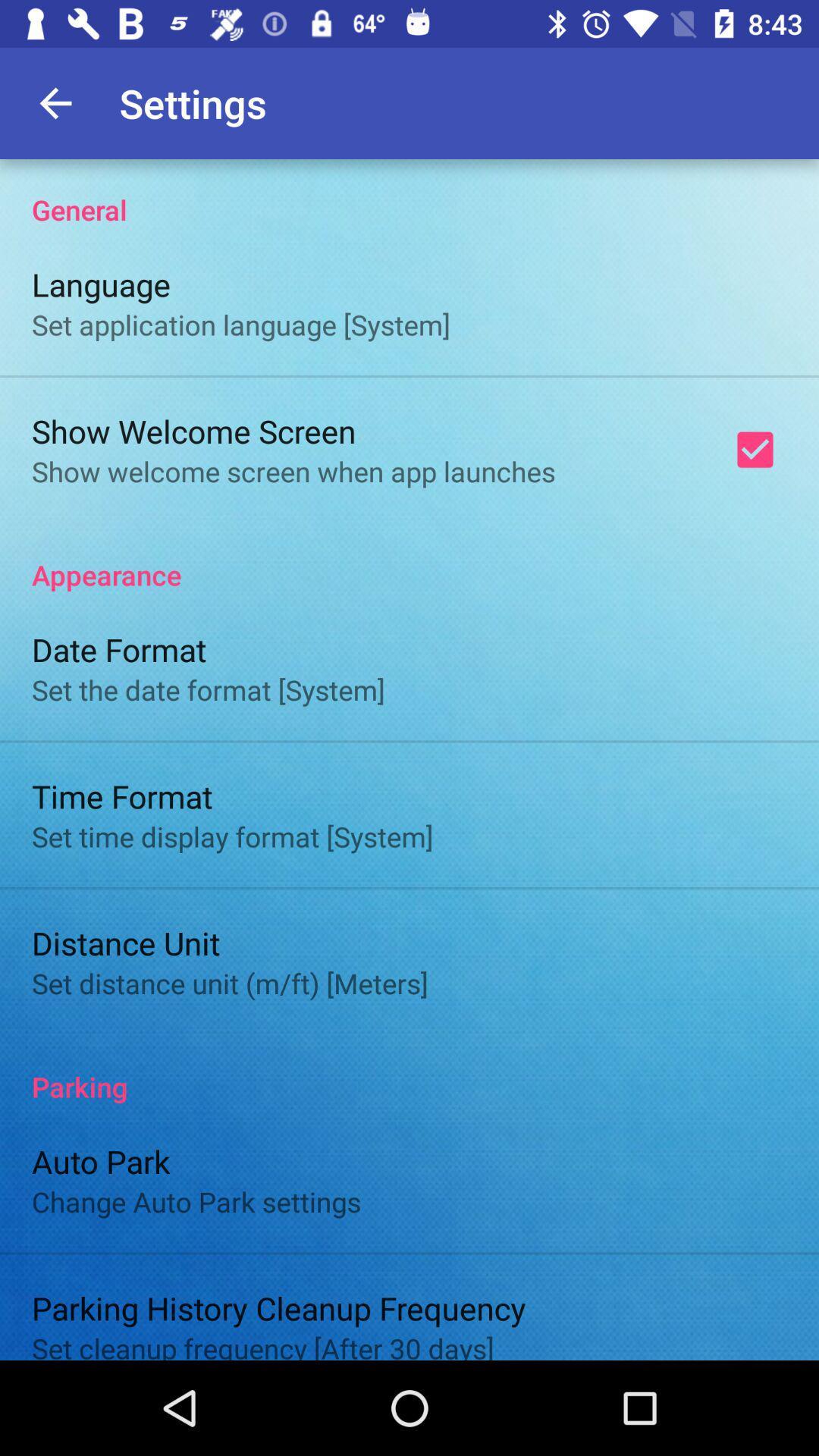 The height and width of the screenshot is (1456, 819). I want to click on item to the right of show welcome screen, so click(755, 449).